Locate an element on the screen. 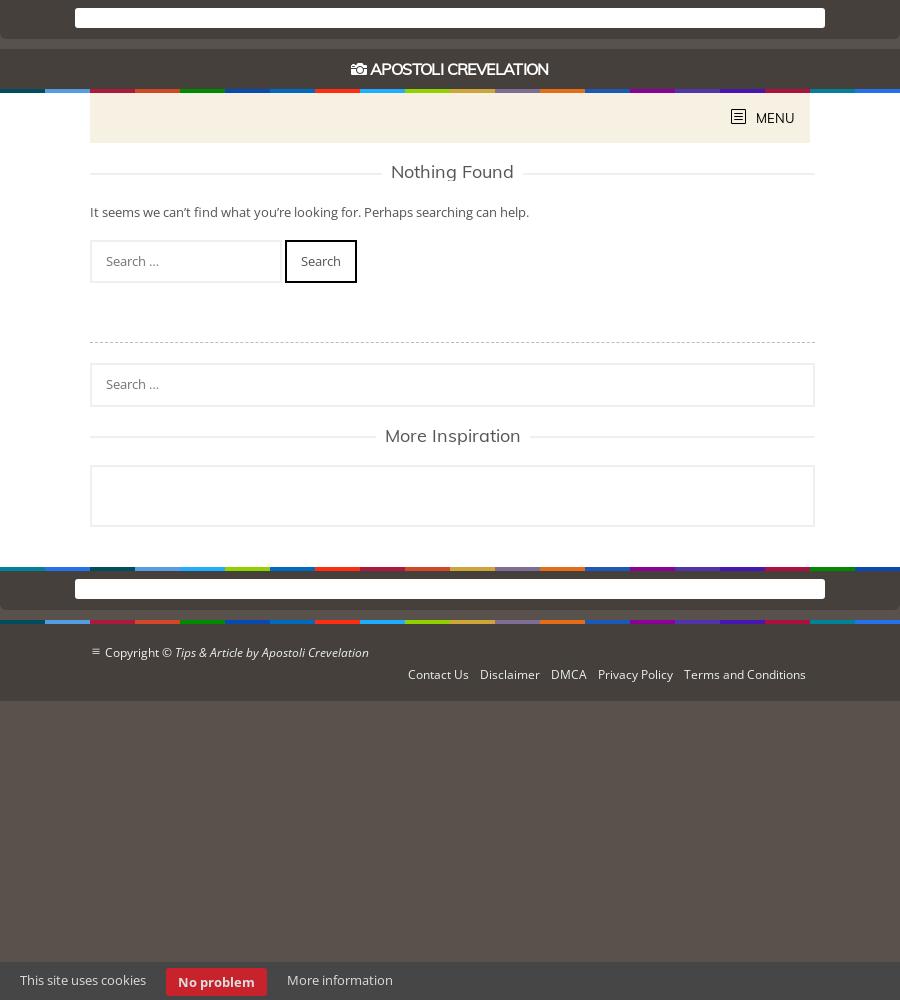 The width and height of the screenshot is (900, 1000). 'Disclaimer' is located at coordinates (478, 673).